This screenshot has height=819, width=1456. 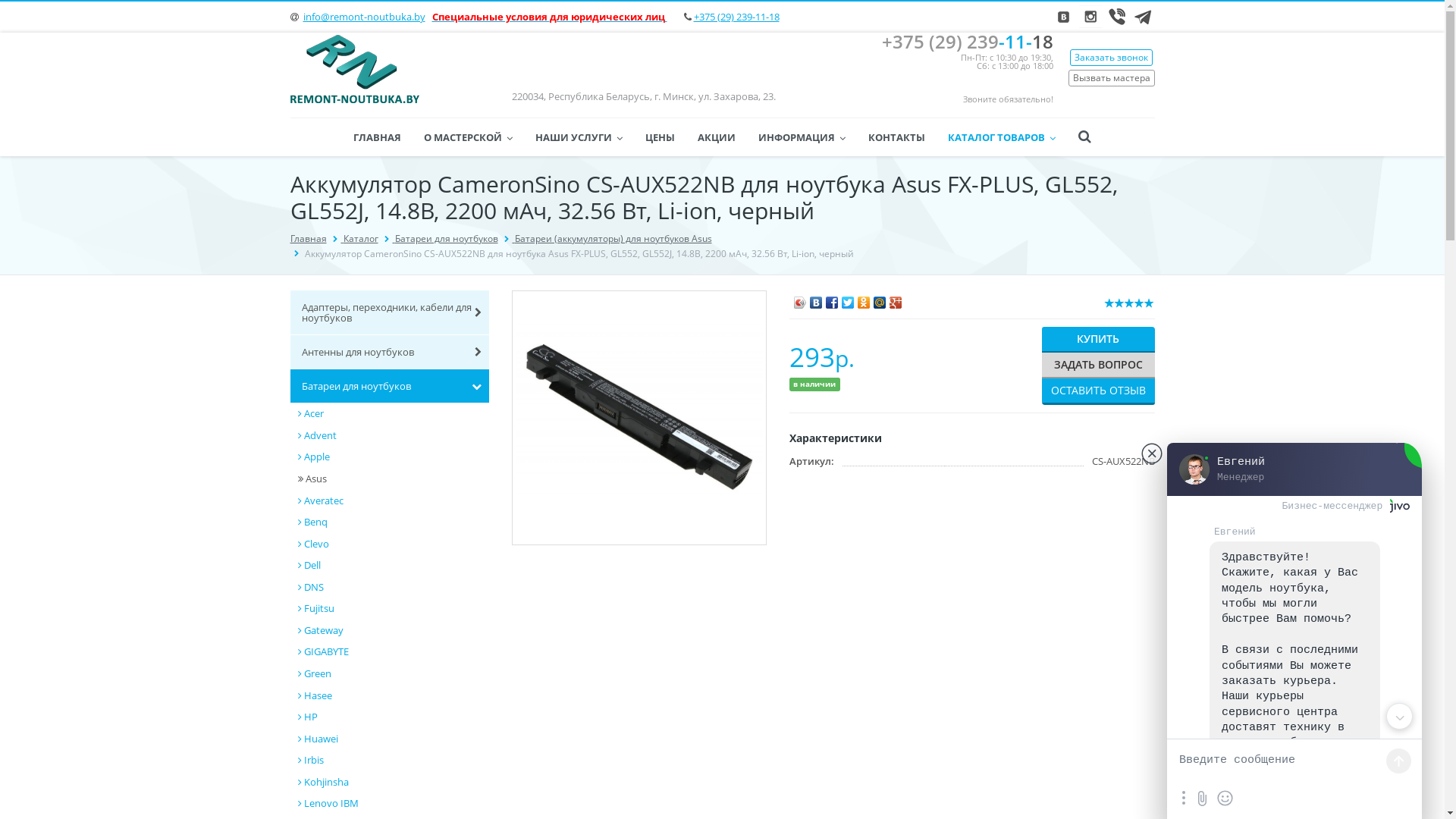 I want to click on 'Advent', so click(x=393, y=435).